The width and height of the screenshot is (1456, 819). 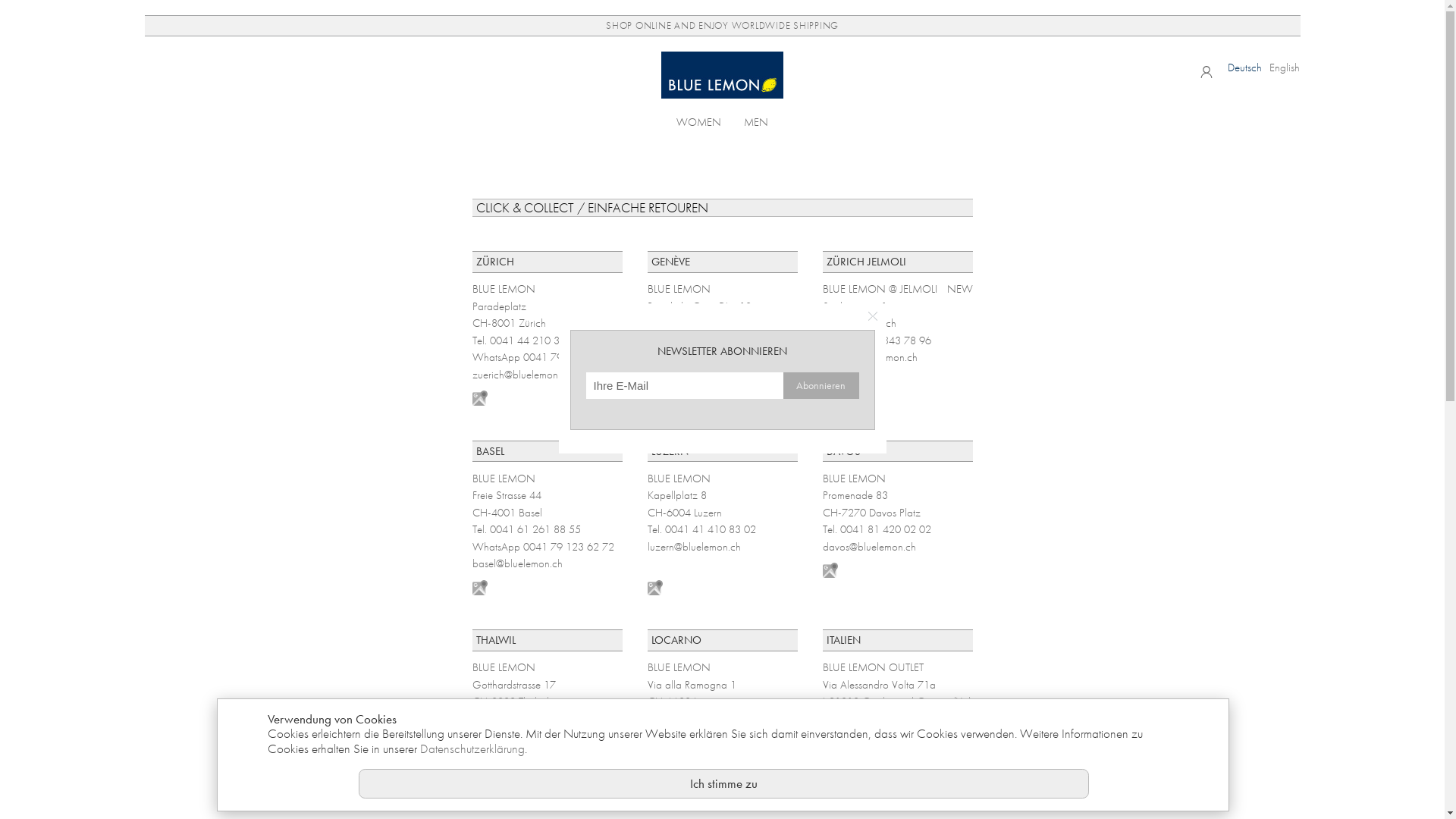 What do you see at coordinates (869, 356) in the screenshot?
I see `'jelmoli@bluelemon.ch'` at bounding box center [869, 356].